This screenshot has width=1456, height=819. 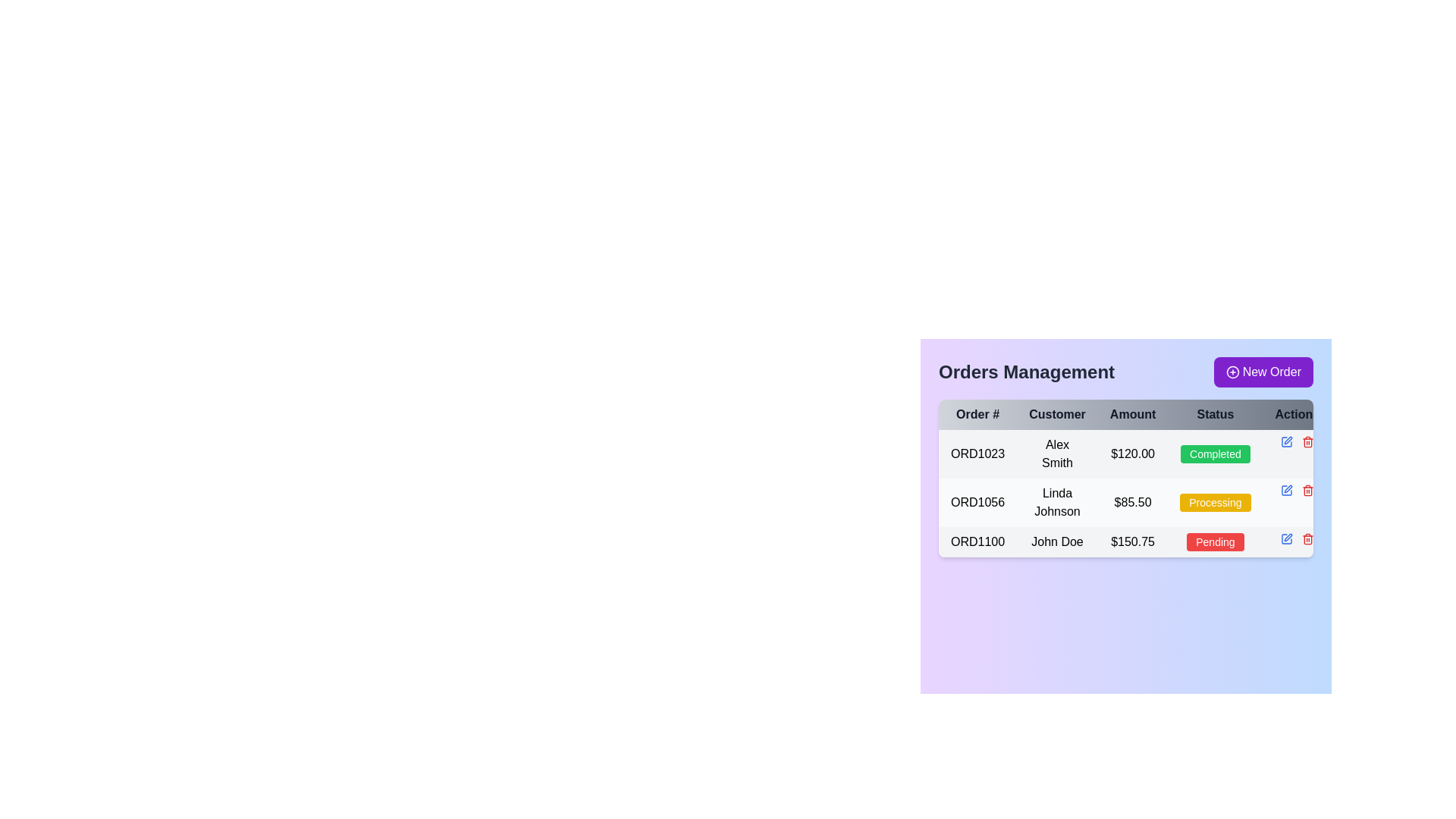 What do you see at coordinates (1135, 453) in the screenshot?
I see `the details of the first order in the Orders Management table, which displays order number, customer name, amount, and status` at bounding box center [1135, 453].